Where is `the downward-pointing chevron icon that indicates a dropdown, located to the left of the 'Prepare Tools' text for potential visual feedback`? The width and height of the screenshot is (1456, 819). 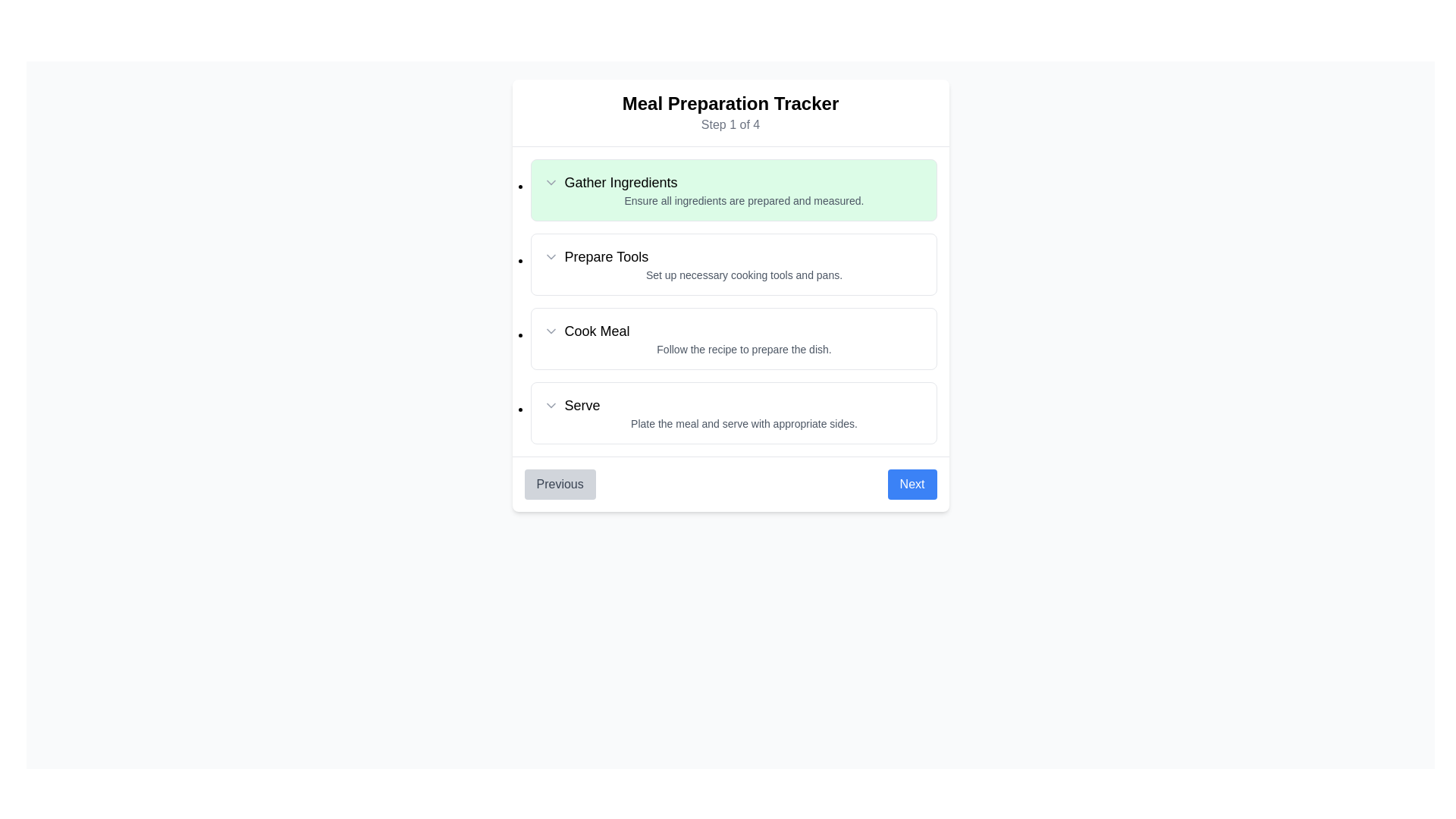 the downward-pointing chevron icon that indicates a dropdown, located to the left of the 'Prepare Tools' text for potential visual feedback is located at coordinates (550, 256).